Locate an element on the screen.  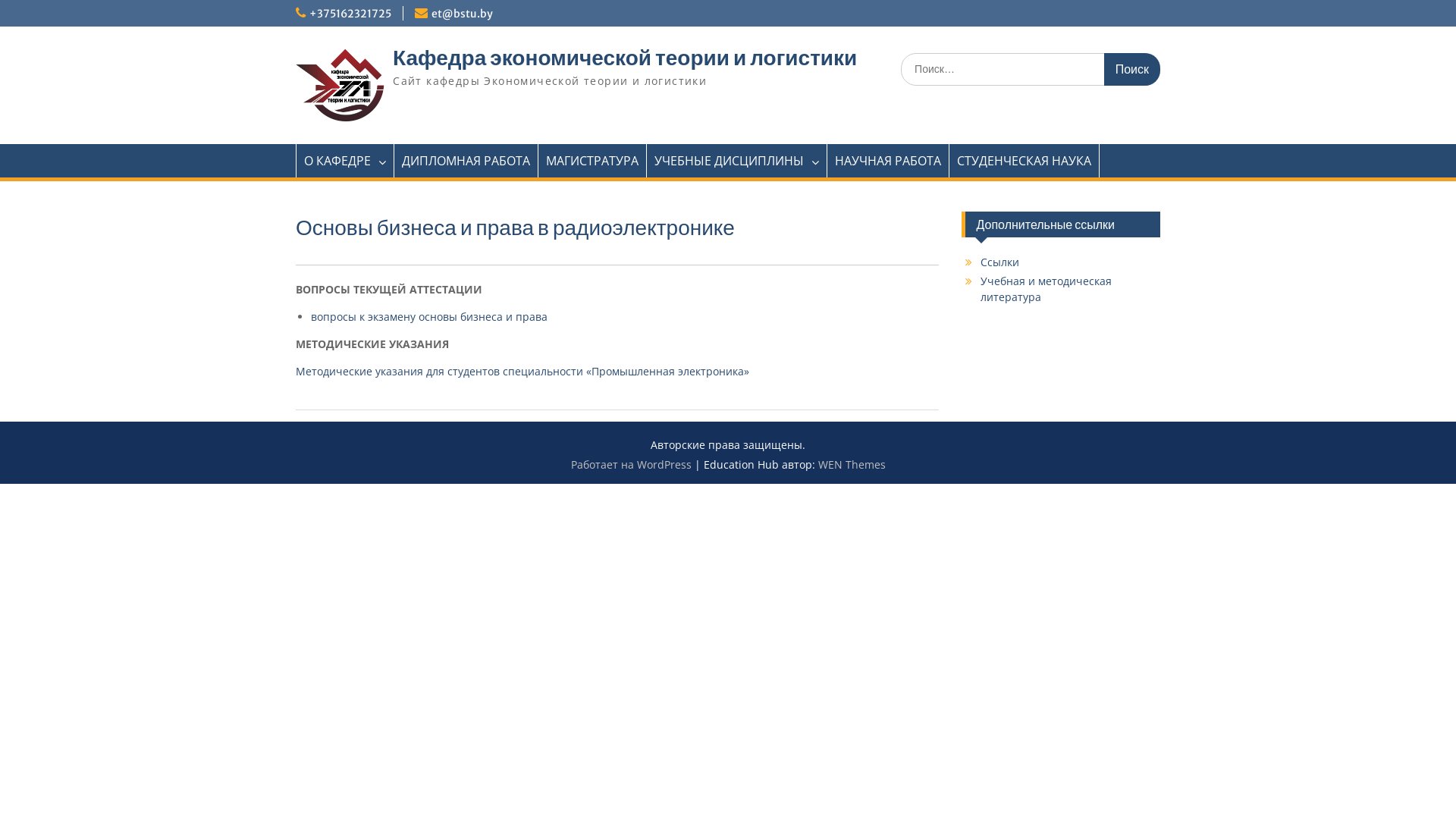
'+375162321725' is located at coordinates (349, 14).